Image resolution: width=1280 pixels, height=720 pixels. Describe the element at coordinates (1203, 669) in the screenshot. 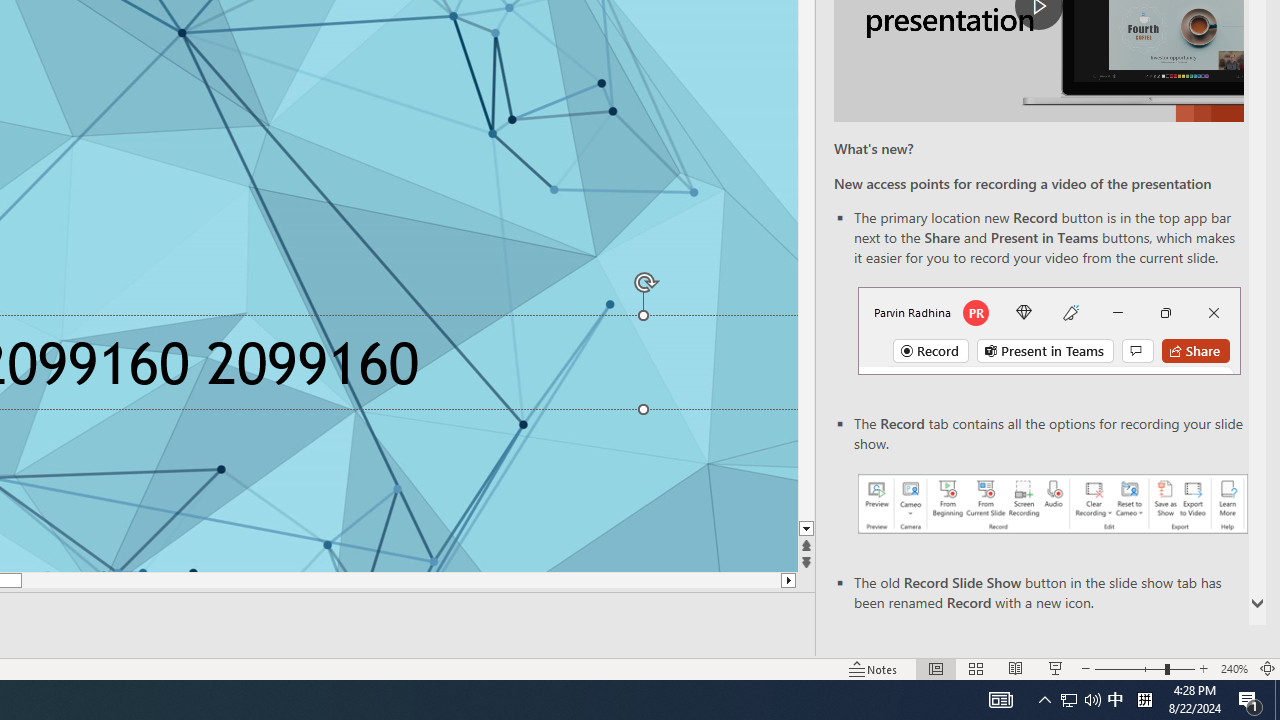

I see `'Zoom In'` at that location.